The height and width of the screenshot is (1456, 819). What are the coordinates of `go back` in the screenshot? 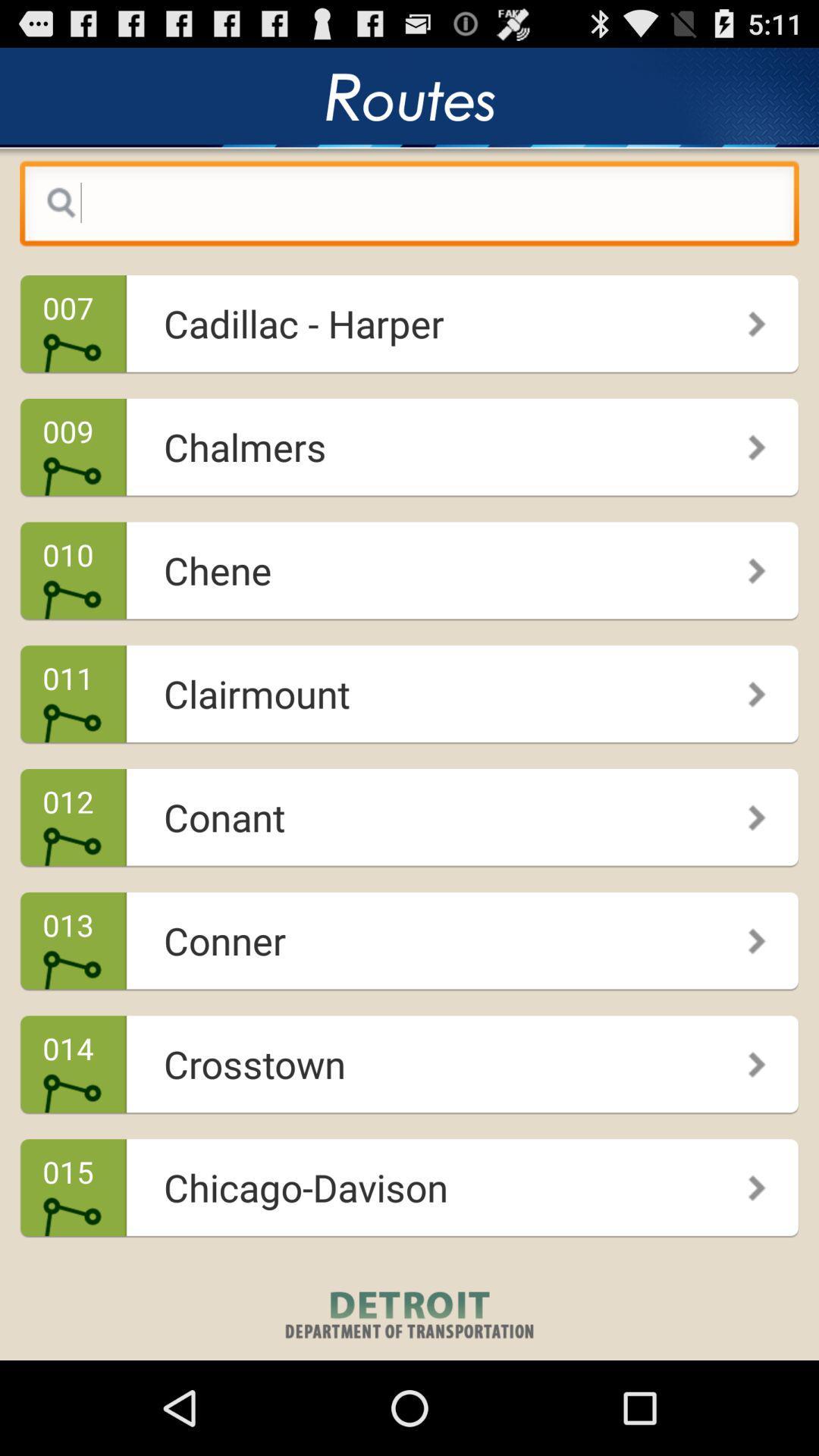 It's located at (409, 206).